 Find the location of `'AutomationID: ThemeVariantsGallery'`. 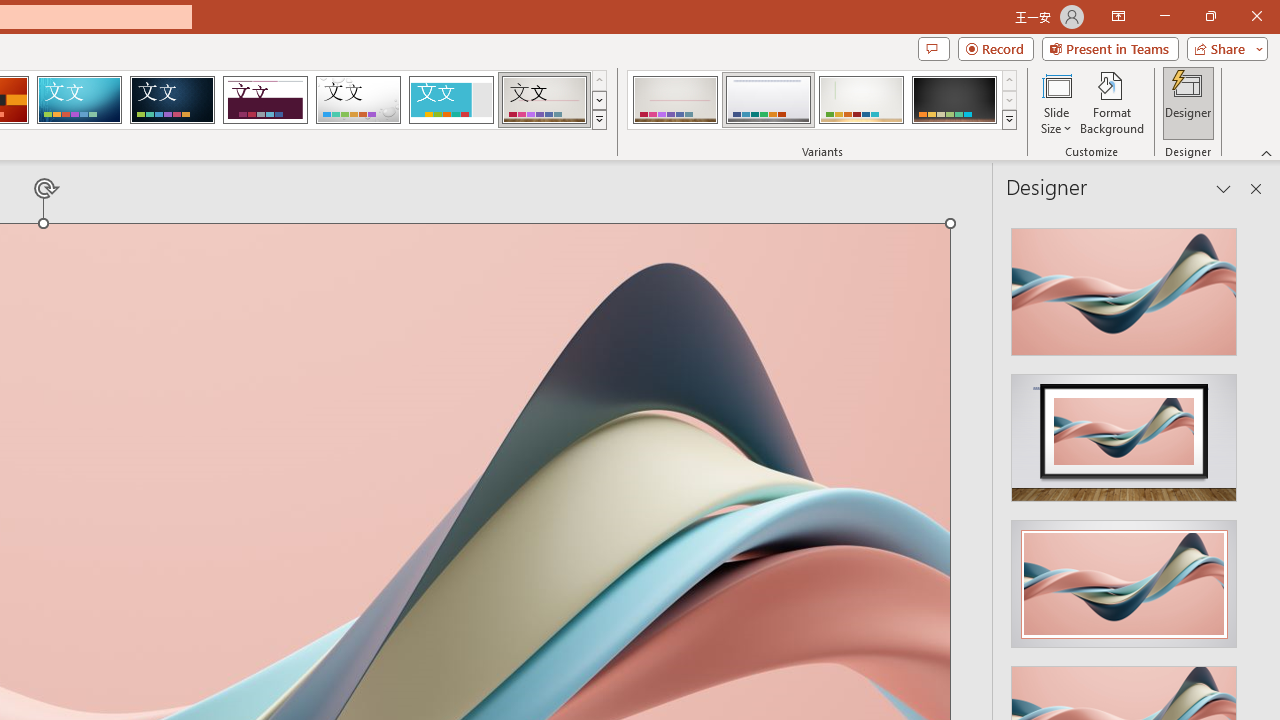

'AutomationID: ThemeVariantsGallery' is located at coordinates (823, 100).